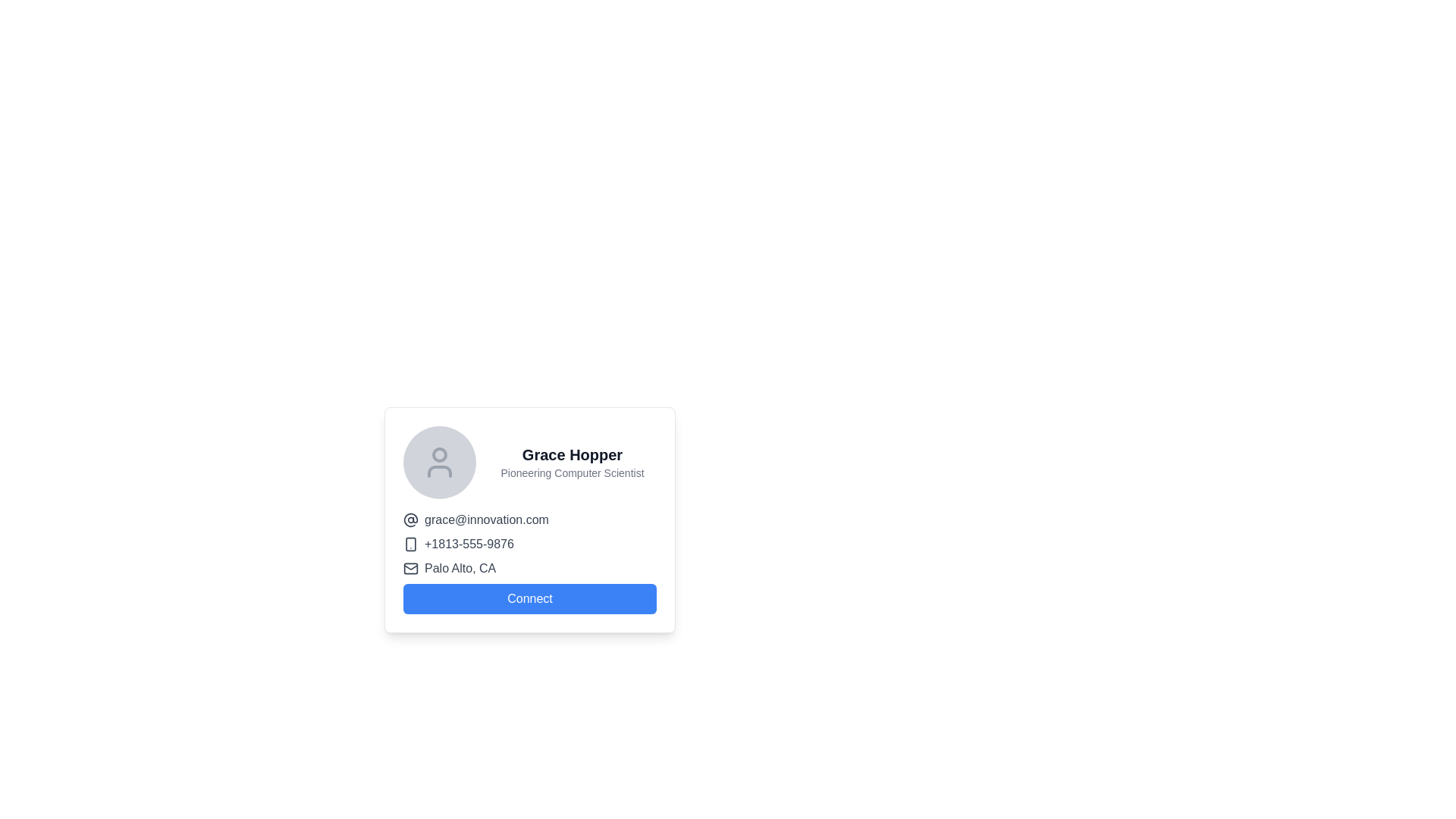 The height and width of the screenshot is (819, 1456). I want to click on the static text element displaying the phone number '+1813-555-9876', so click(469, 543).